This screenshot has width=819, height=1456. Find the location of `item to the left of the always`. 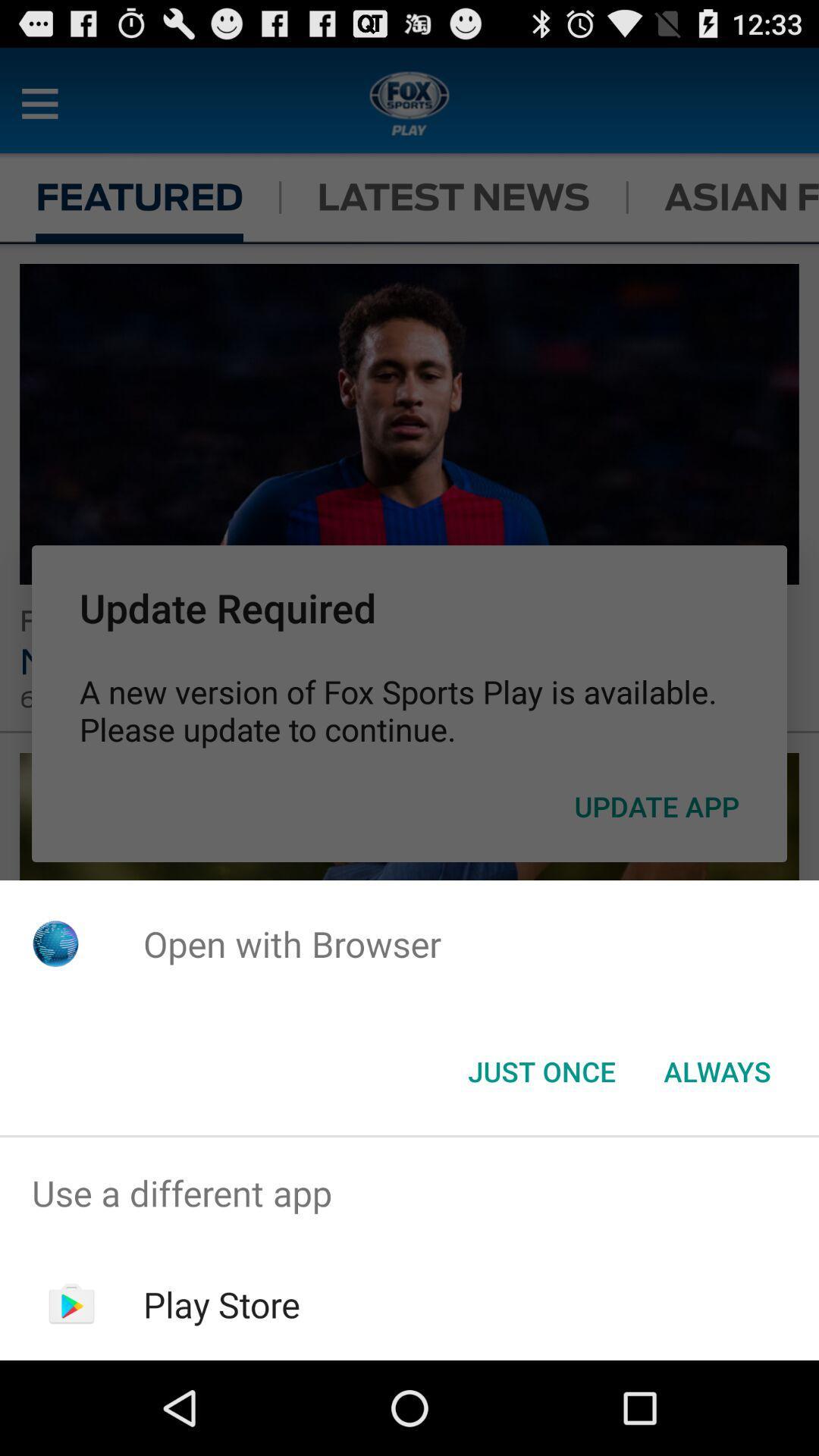

item to the left of the always is located at coordinates (541, 1070).